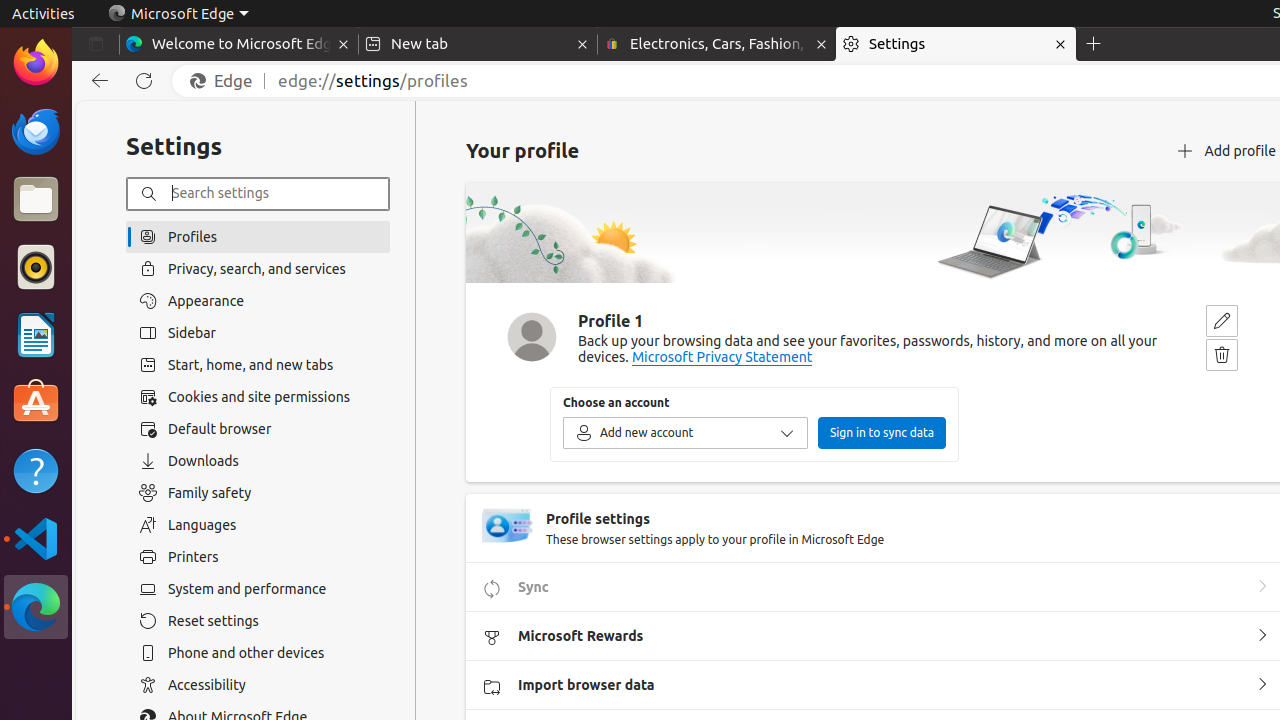 This screenshot has height=720, width=1280. Describe the element at coordinates (143, 80) in the screenshot. I see `'Refresh'` at that location.